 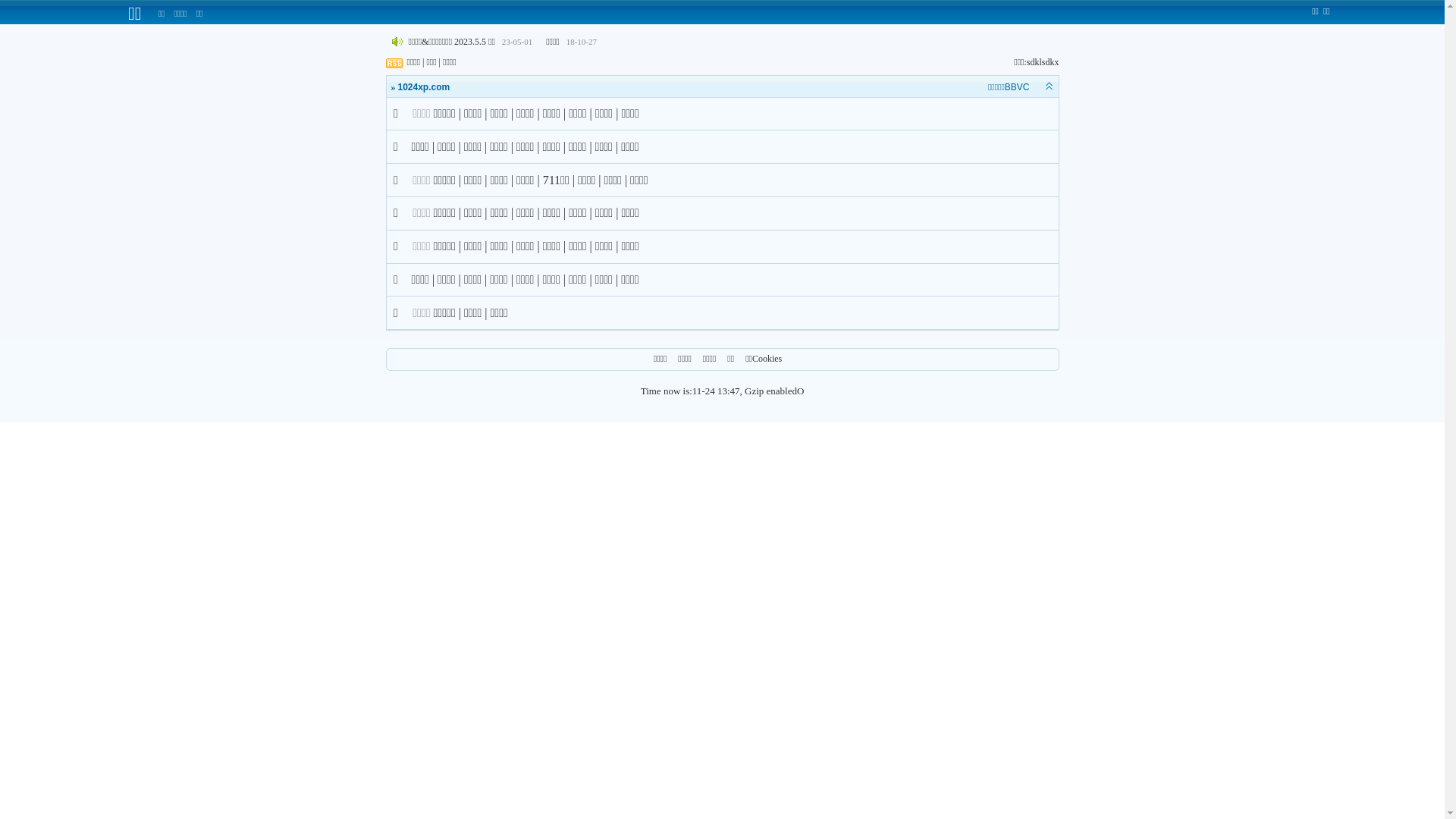 I want to click on '1024xp.com', so click(x=423, y=87).